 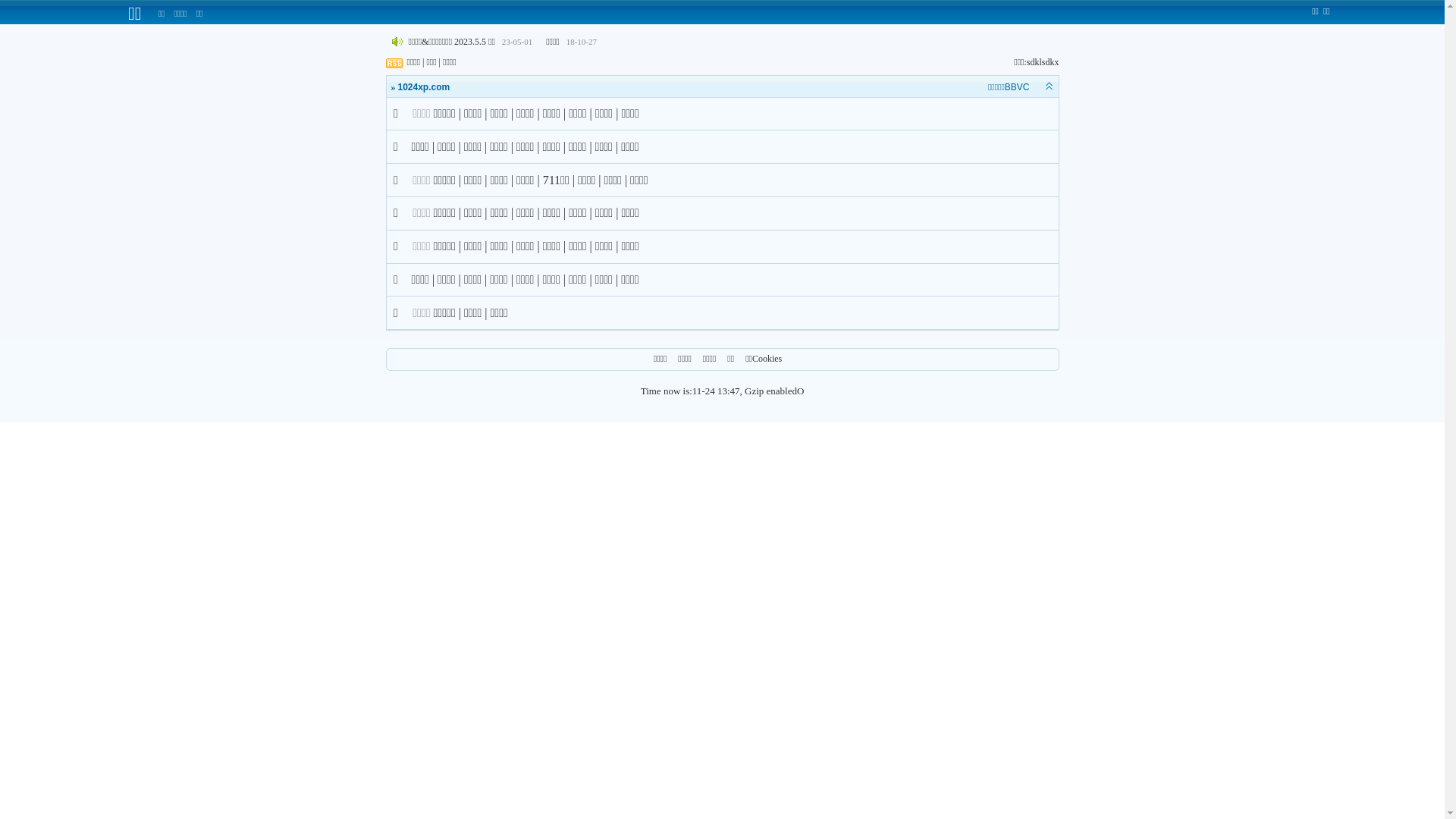 I want to click on '1024xp.com', so click(x=423, y=87).